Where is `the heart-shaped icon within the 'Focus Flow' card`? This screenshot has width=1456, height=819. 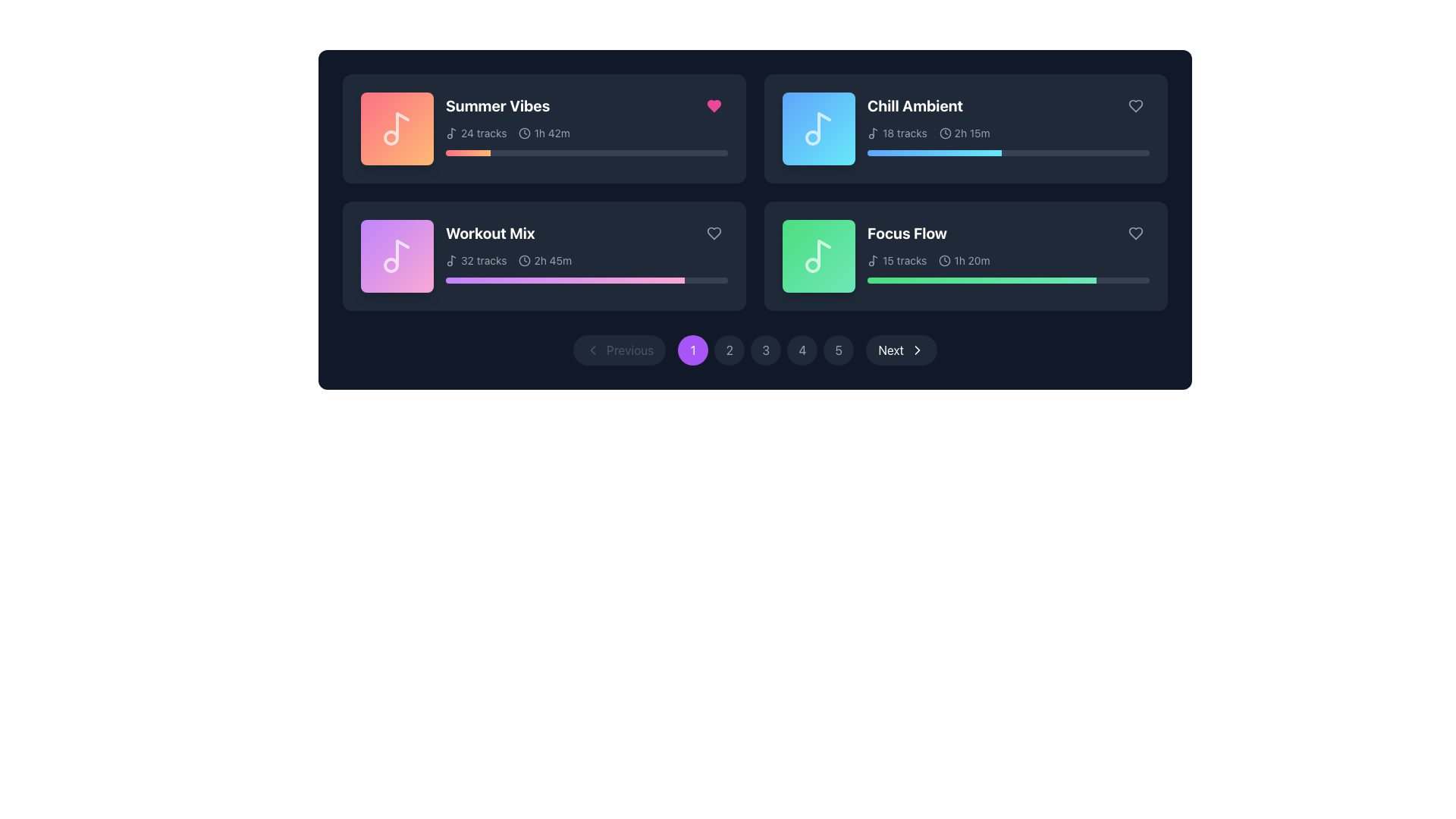
the heart-shaped icon within the 'Focus Flow' card is located at coordinates (1135, 234).